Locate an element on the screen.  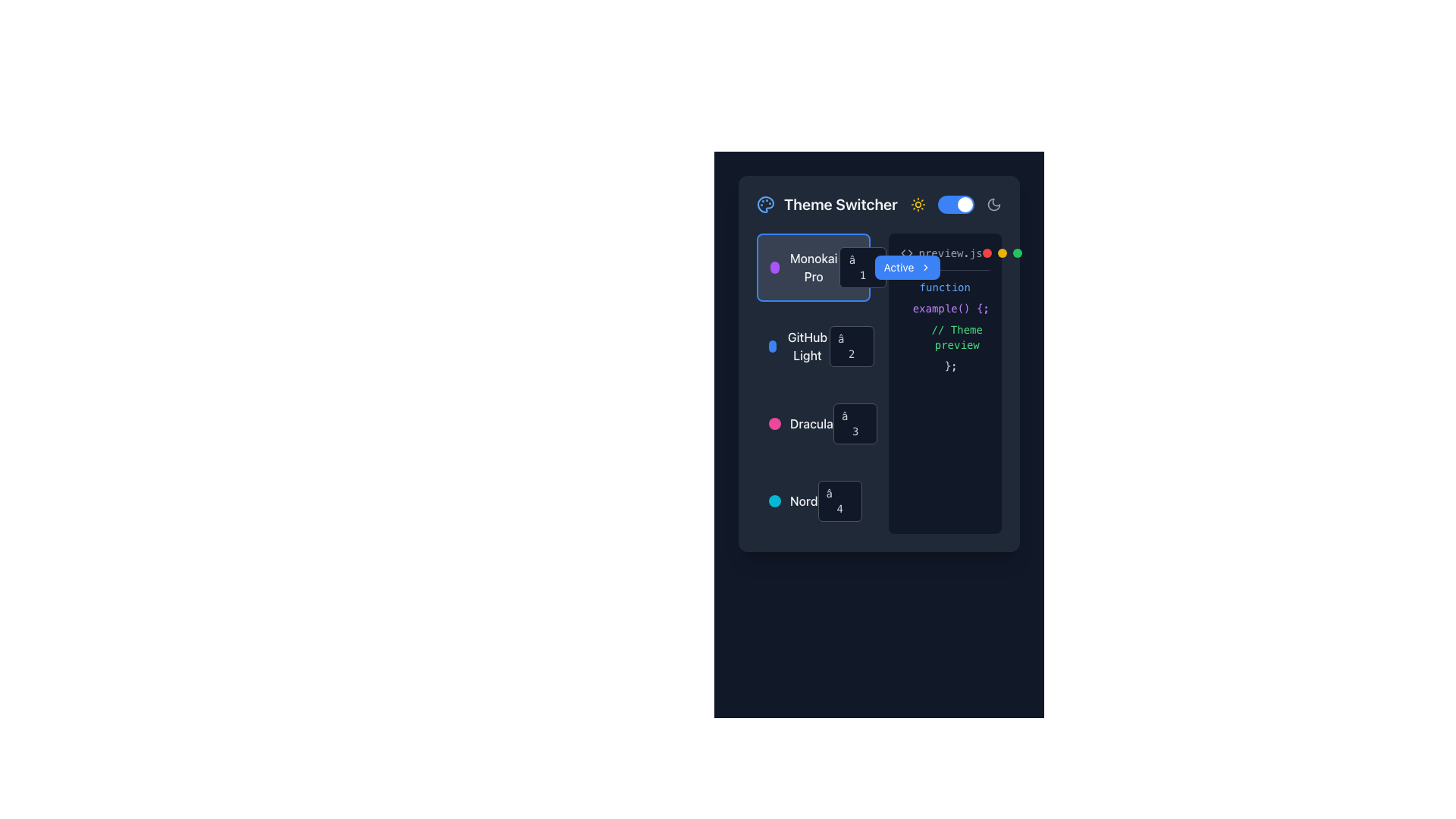
the selectable option labeled 'Dracula ⌘ 3' which features a pink circular icon and is positioned third is located at coordinates (812, 424).